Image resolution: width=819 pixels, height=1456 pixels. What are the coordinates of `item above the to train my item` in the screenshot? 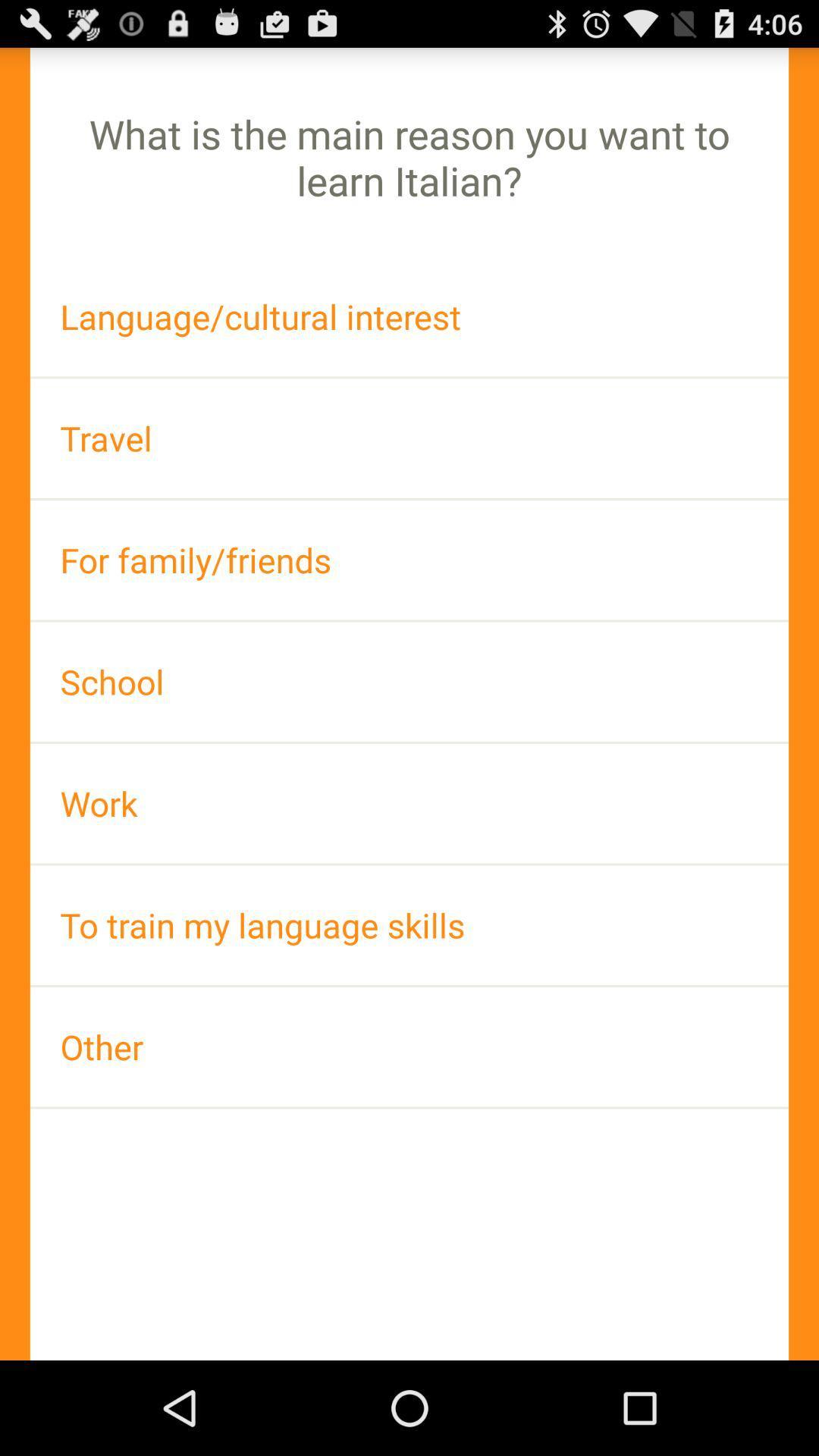 It's located at (409, 802).